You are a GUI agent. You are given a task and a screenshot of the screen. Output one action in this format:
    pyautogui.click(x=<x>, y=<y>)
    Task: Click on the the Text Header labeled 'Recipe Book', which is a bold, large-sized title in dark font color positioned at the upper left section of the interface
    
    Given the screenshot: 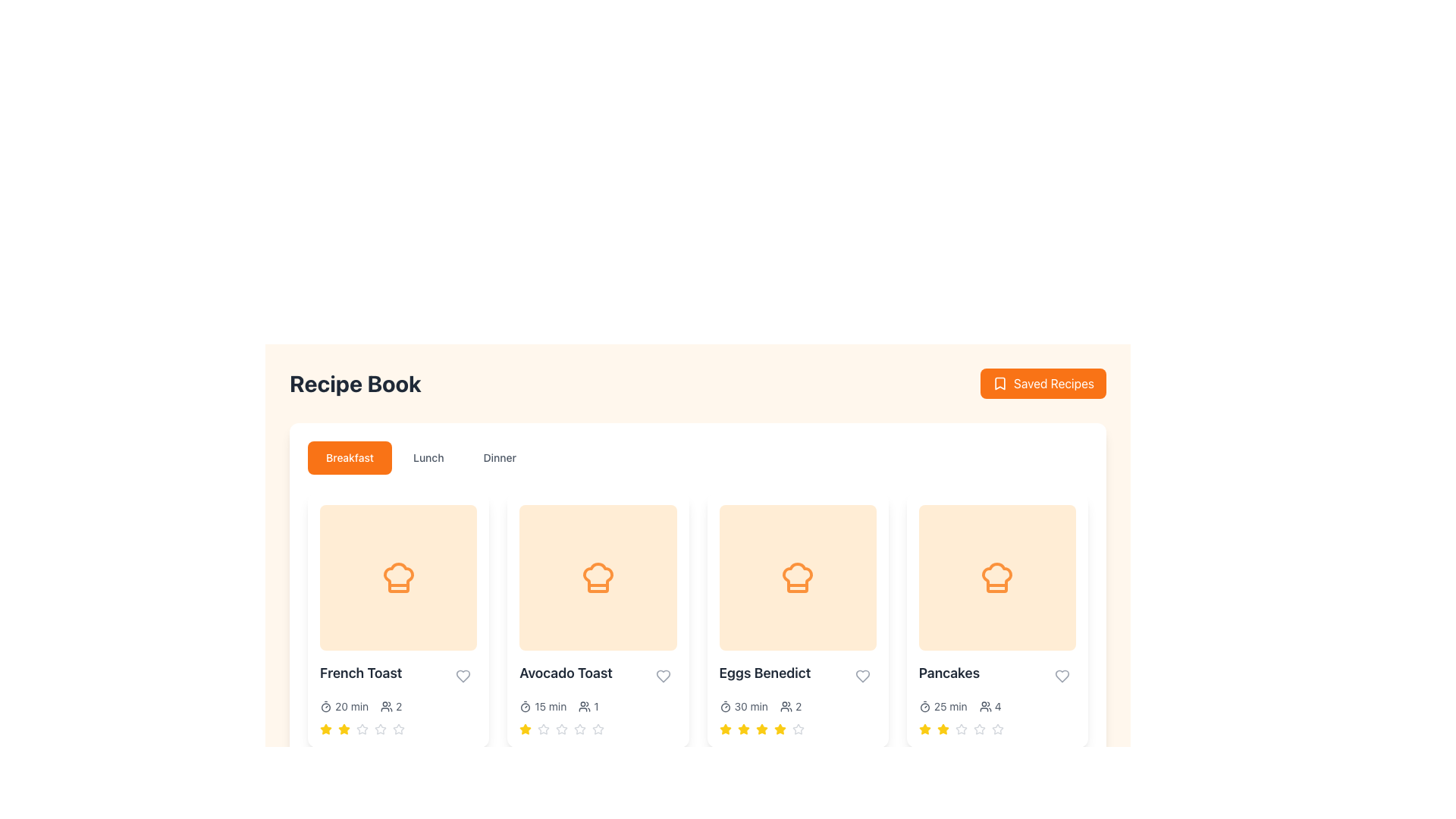 What is the action you would take?
    pyautogui.click(x=354, y=382)
    